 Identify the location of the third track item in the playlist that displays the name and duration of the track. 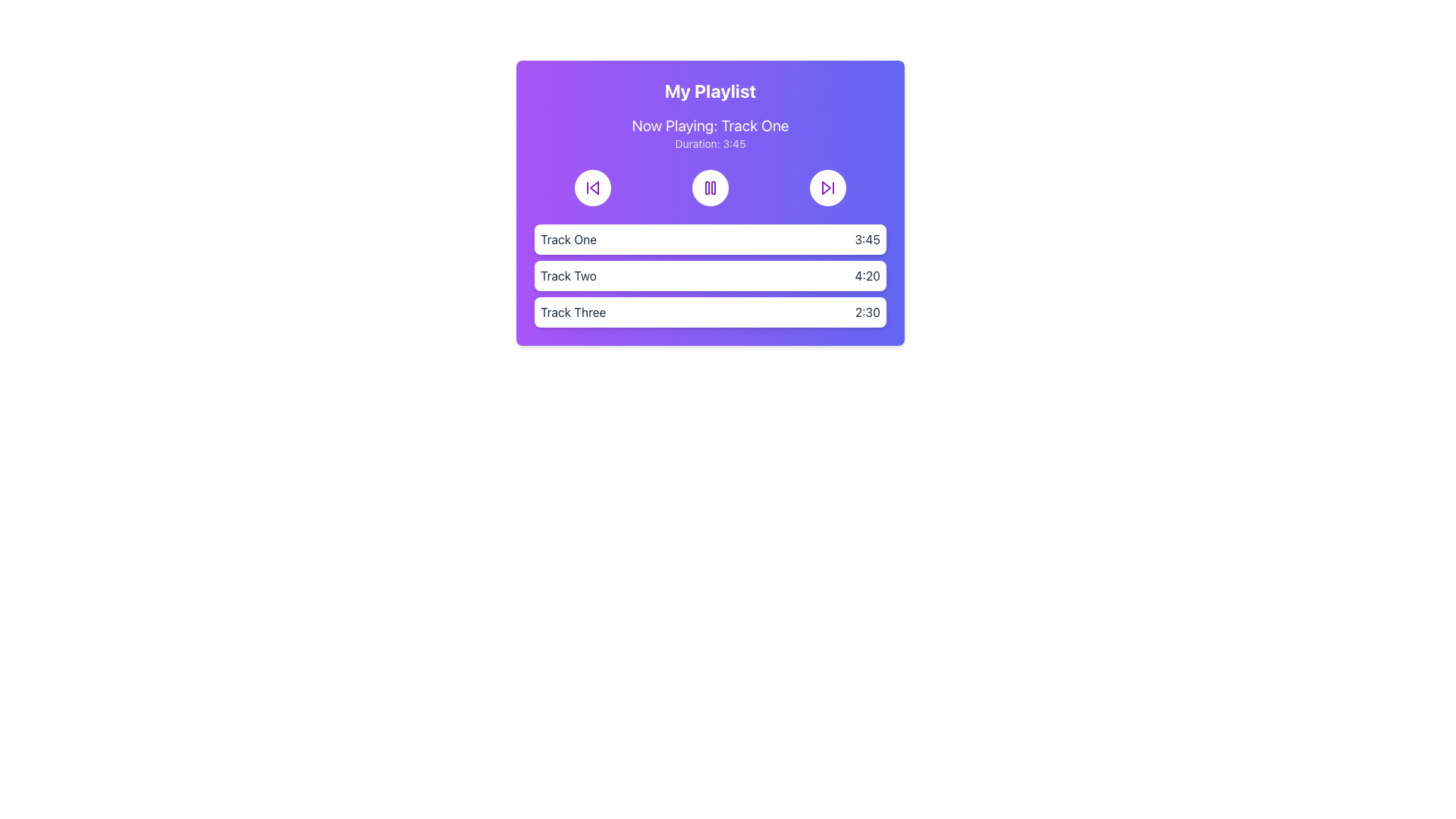
(709, 312).